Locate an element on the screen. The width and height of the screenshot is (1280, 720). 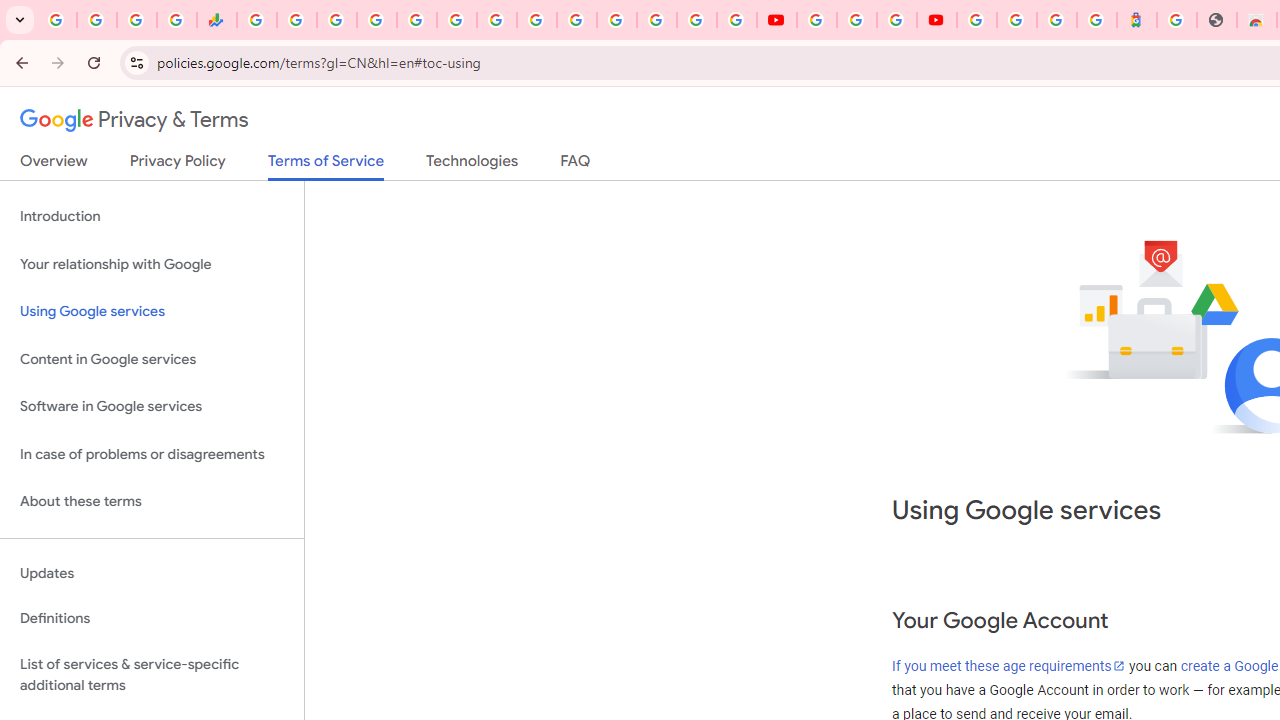
'About these terms' is located at coordinates (151, 501).